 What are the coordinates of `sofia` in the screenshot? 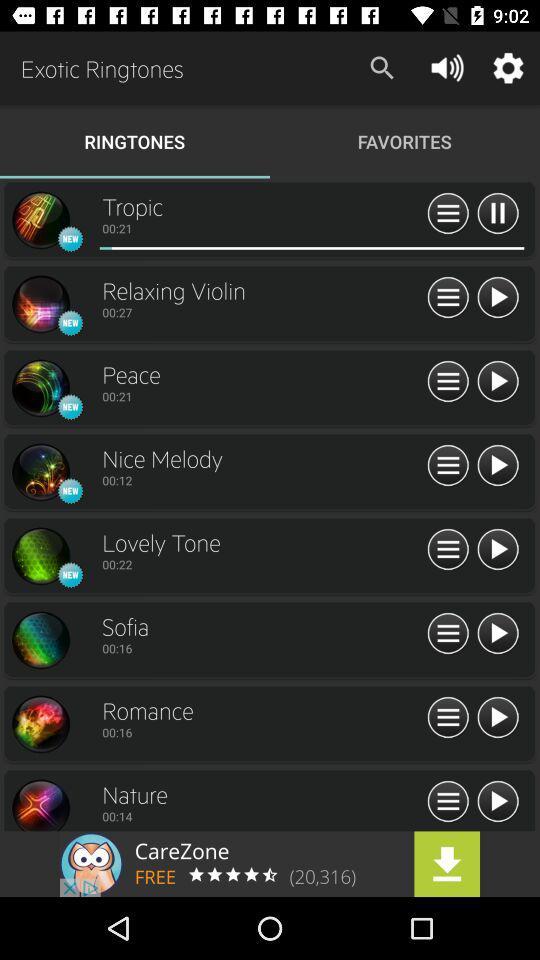 It's located at (262, 625).